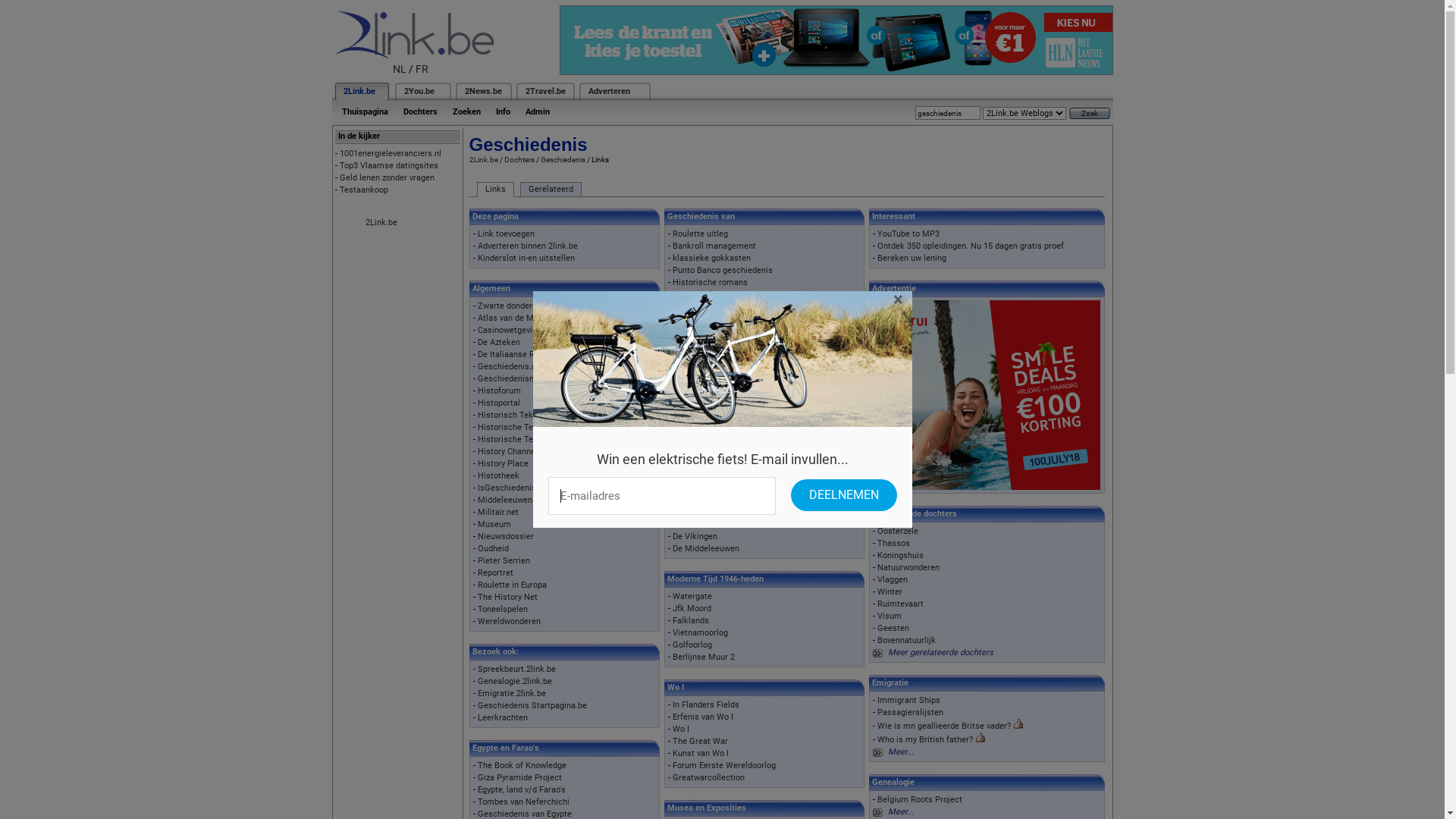 This screenshot has width=1456, height=819. I want to click on 'Dochters', so click(420, 111).